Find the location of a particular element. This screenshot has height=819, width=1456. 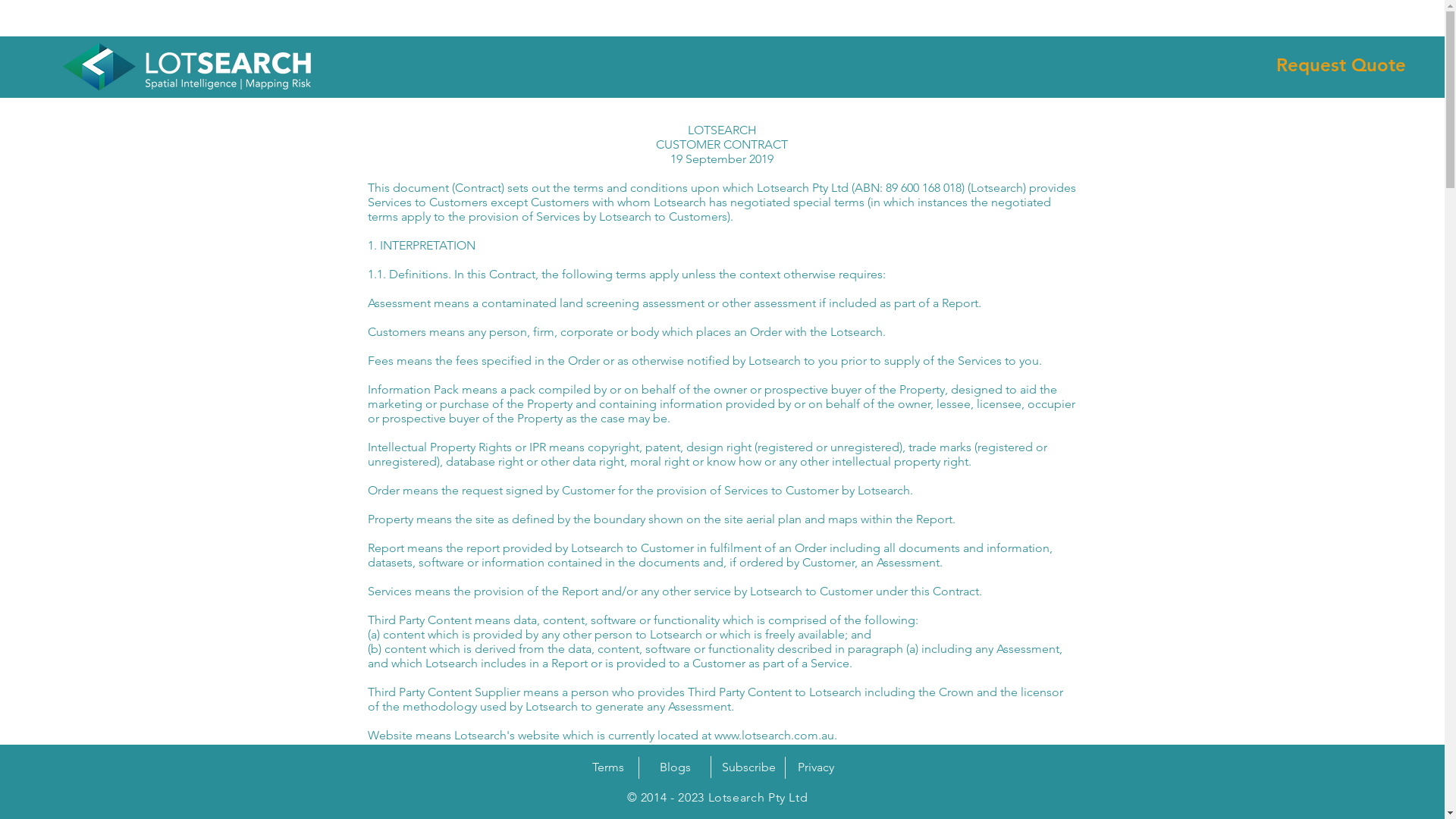

'Subscribe' is located at coordinates (748, 767).